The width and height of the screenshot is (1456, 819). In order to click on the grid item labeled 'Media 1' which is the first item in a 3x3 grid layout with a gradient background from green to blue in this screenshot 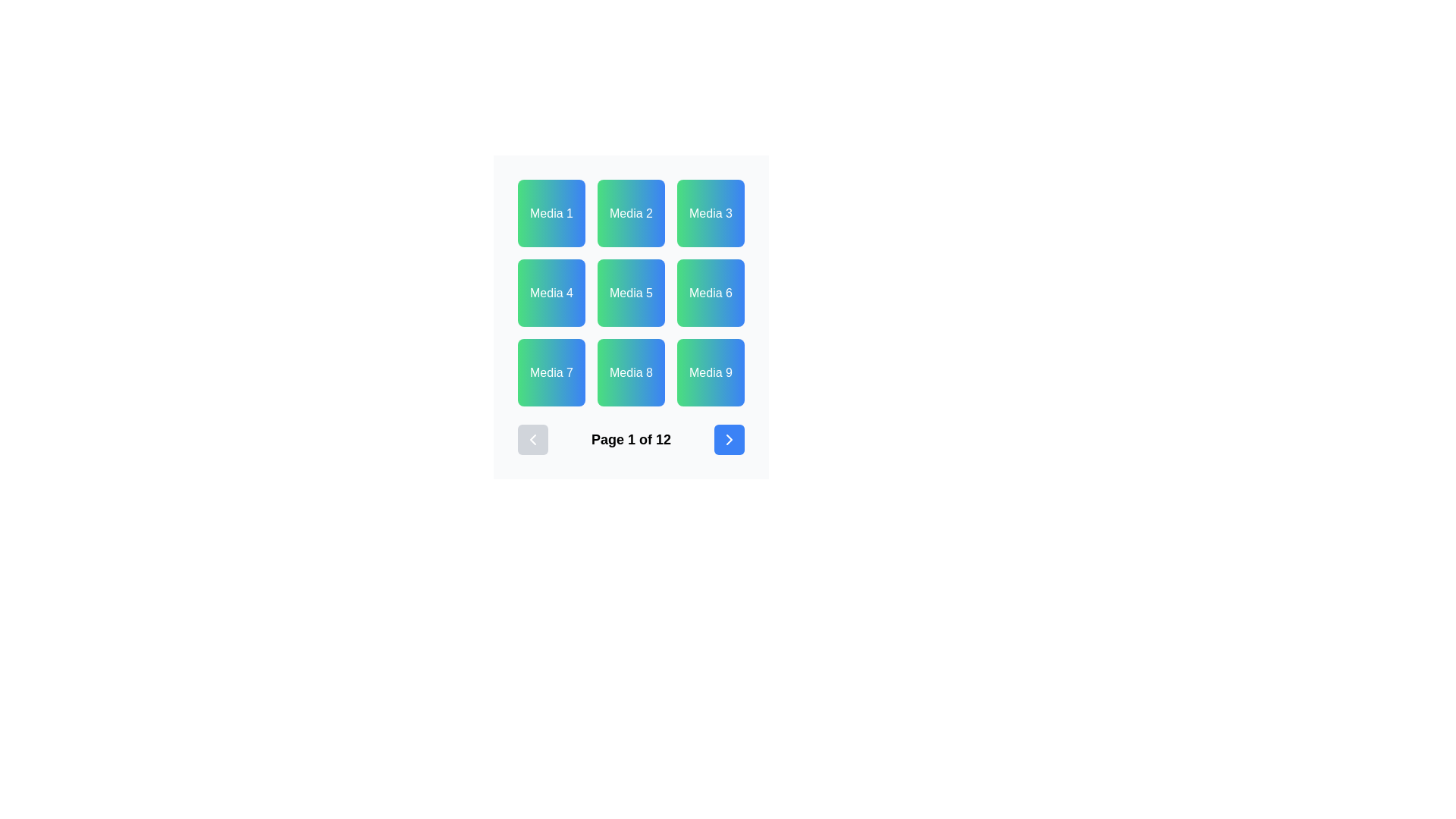, I will do `click(551, 213)`.